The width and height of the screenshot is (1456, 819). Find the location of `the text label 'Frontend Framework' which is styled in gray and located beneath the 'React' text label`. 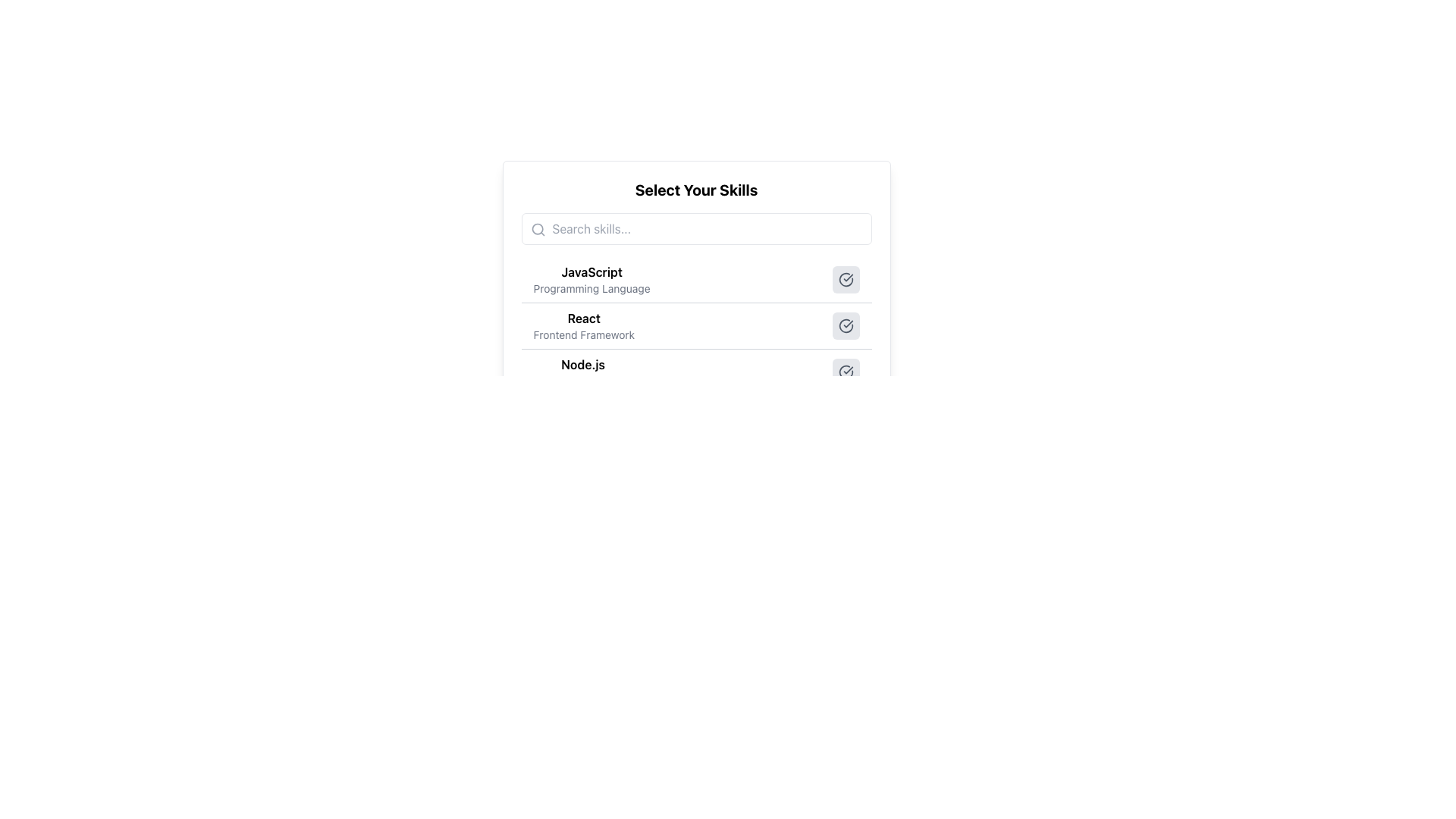

the text label 'Frontend Framework' which is styled in gray and located beneath the 'React' text label is located at coordinates (583, 334).